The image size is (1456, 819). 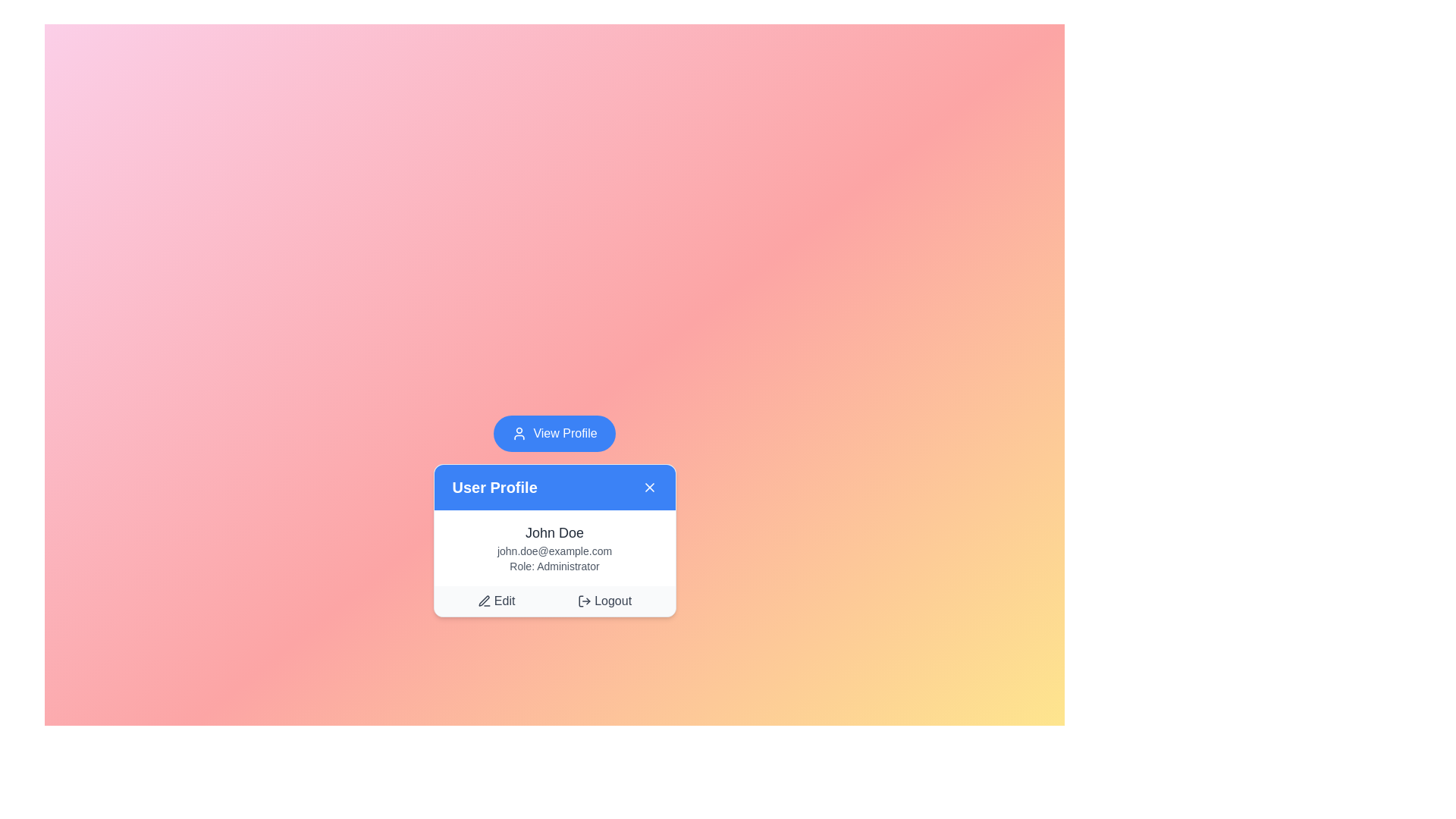 I want to click on the static text label that serves as the title of the user profile card, located in the header section and aligned with the close button, so click(x=494, y=488).